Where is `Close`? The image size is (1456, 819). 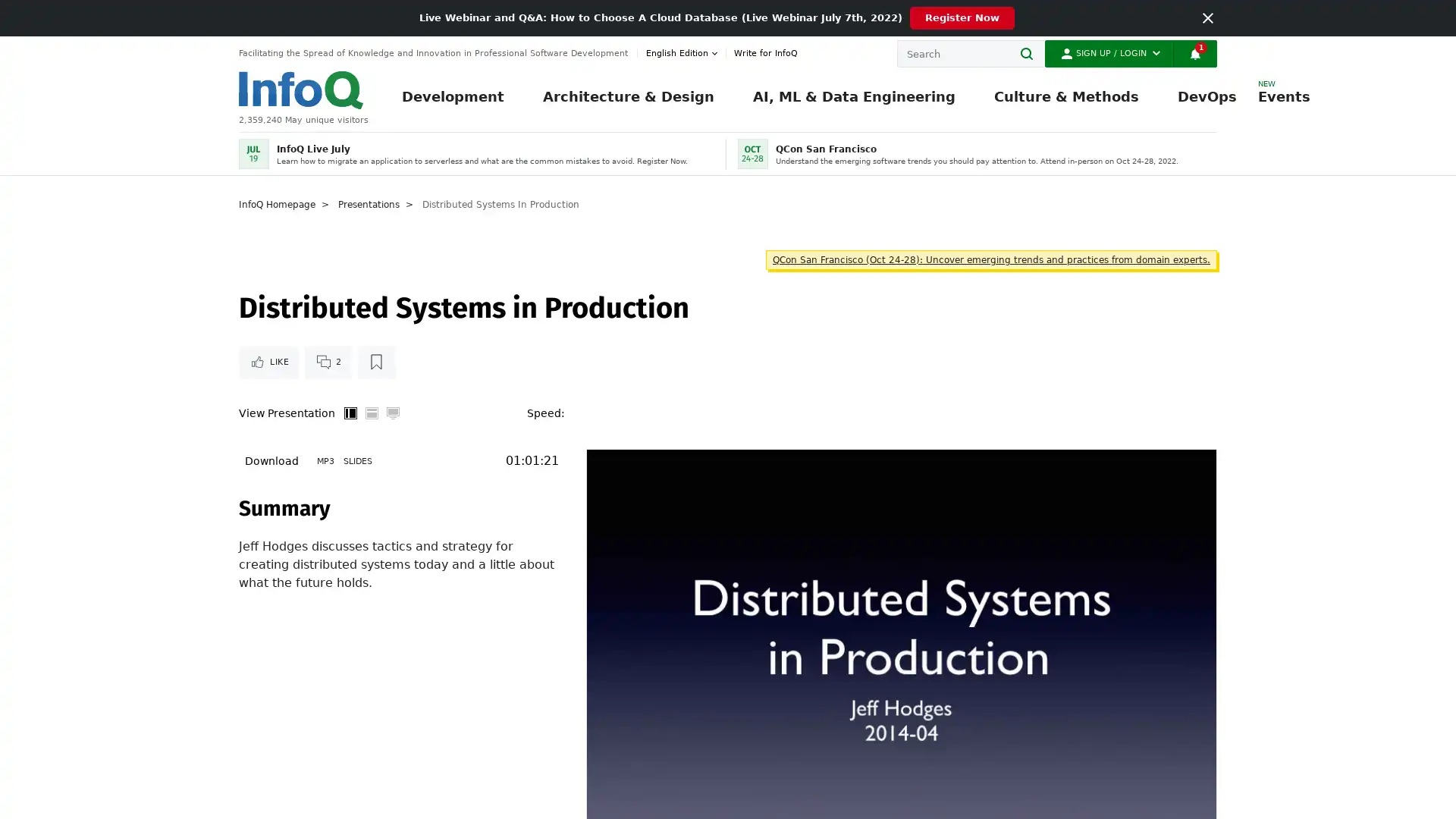 Close is located at coordinates (1207, 17).